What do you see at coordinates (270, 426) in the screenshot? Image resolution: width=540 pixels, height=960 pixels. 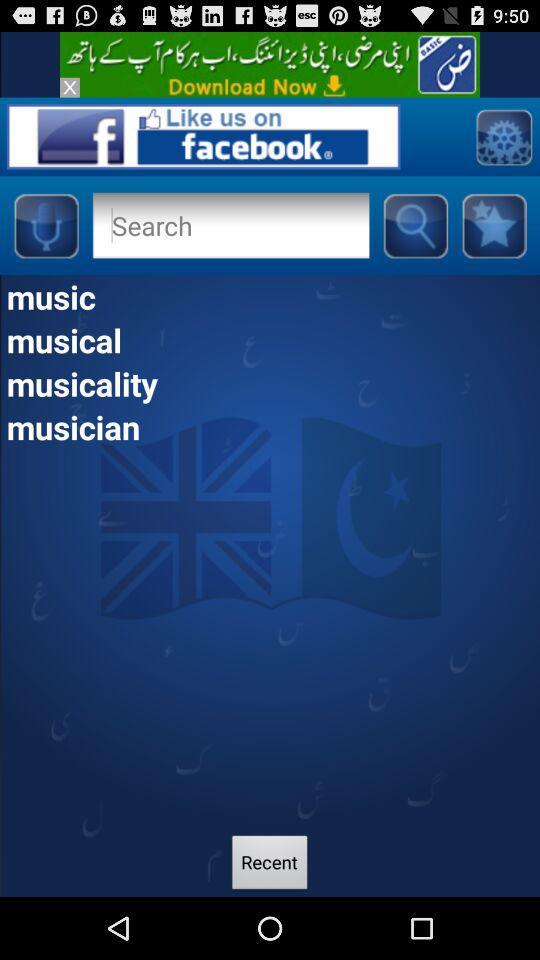 I see `the musician item` at bounding box center [270, 426].